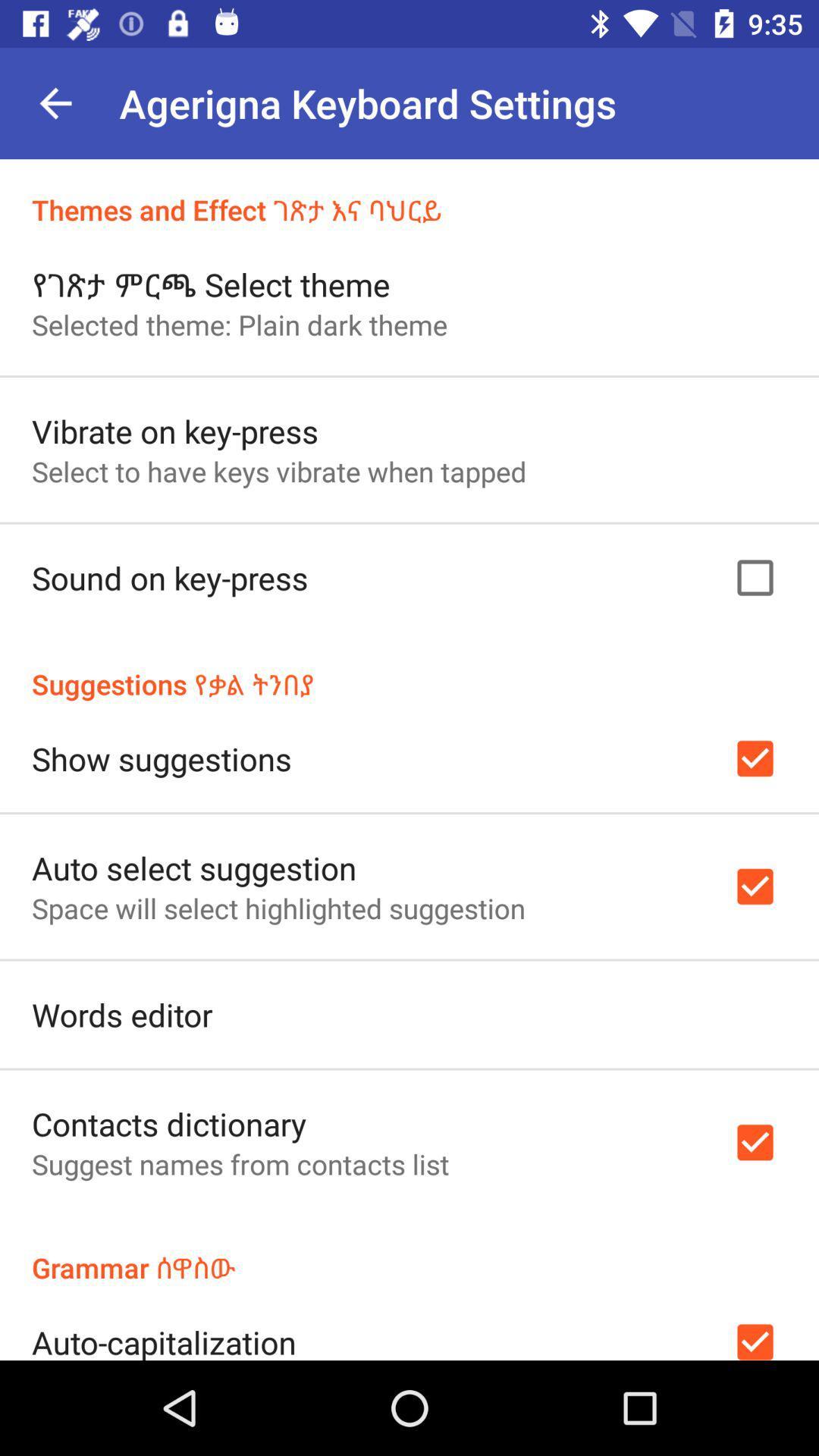 The height and width of the screenshot is (1456, 819). What do you see at coordinates (278, 908) in the screenshot?
I see `item below the auto select suggestion icon` at bounding box center [278, 908].